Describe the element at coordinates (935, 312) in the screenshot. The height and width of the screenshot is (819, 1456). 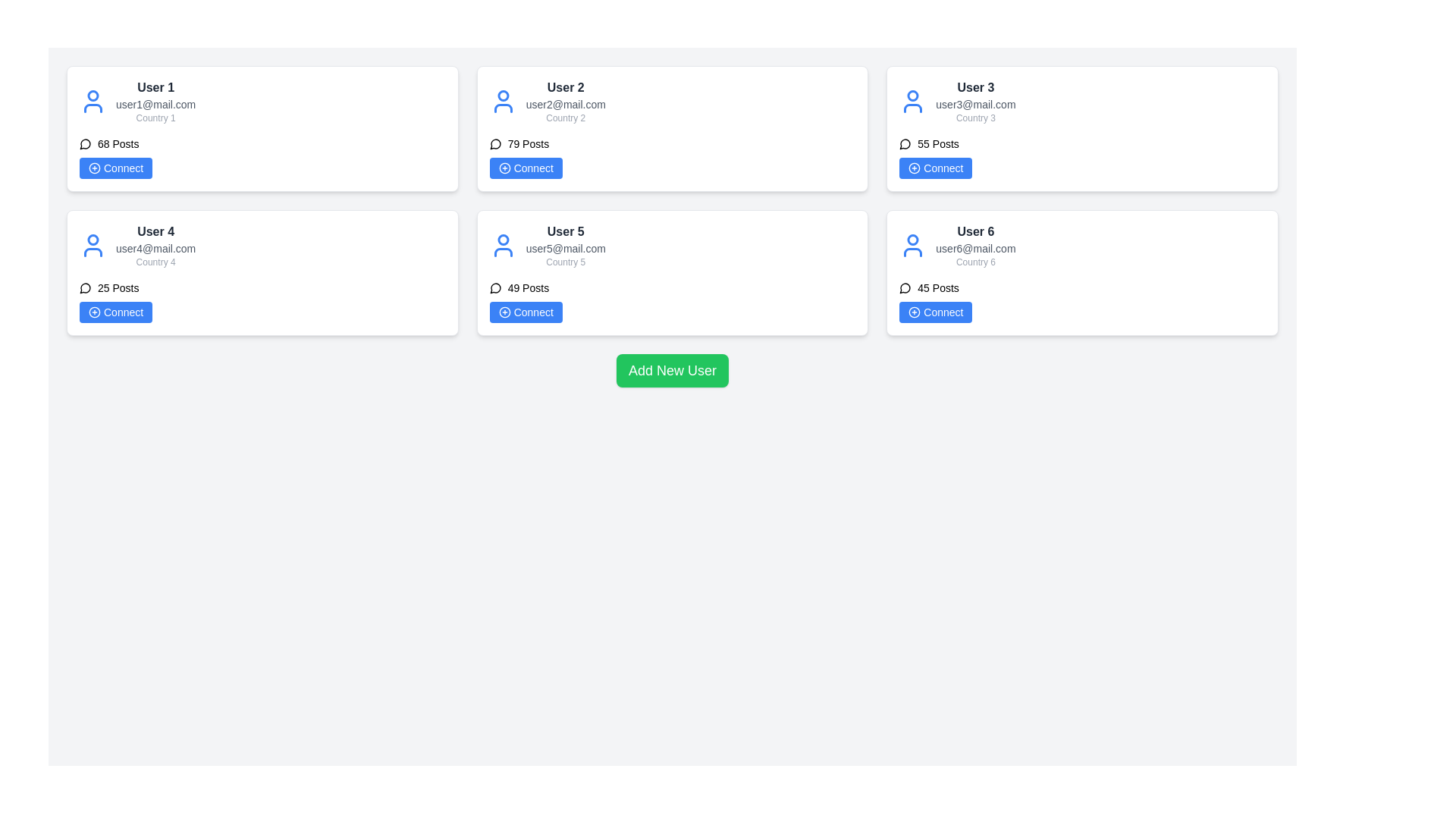
I see `the button located at the bottom right corner of the card labeled 'User 6'` at that location.